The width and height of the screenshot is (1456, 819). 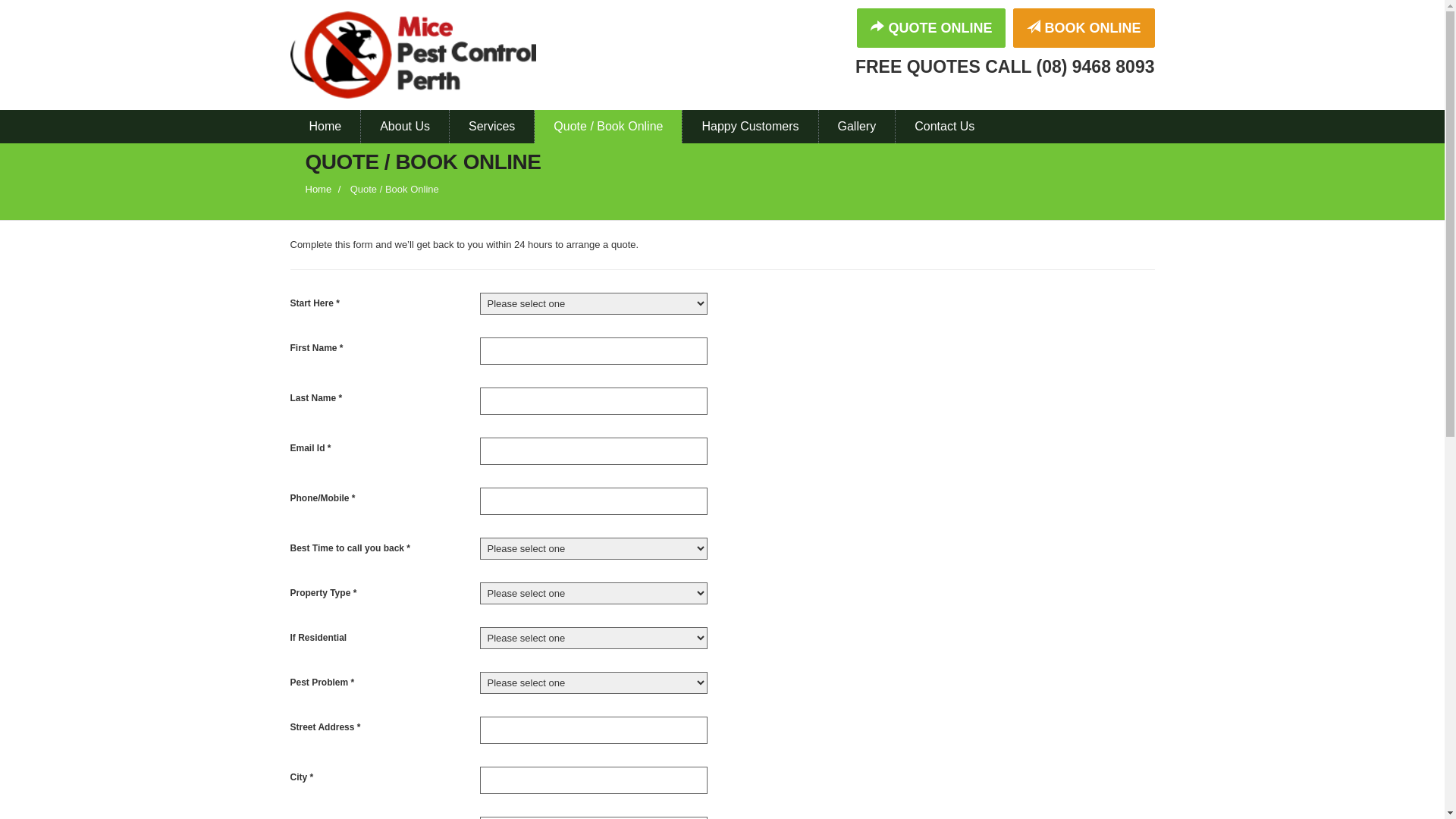 What do you see at coordinates (404, 125) in the screenshot?
I see `'About Us'` at bounding box center [404, 125].